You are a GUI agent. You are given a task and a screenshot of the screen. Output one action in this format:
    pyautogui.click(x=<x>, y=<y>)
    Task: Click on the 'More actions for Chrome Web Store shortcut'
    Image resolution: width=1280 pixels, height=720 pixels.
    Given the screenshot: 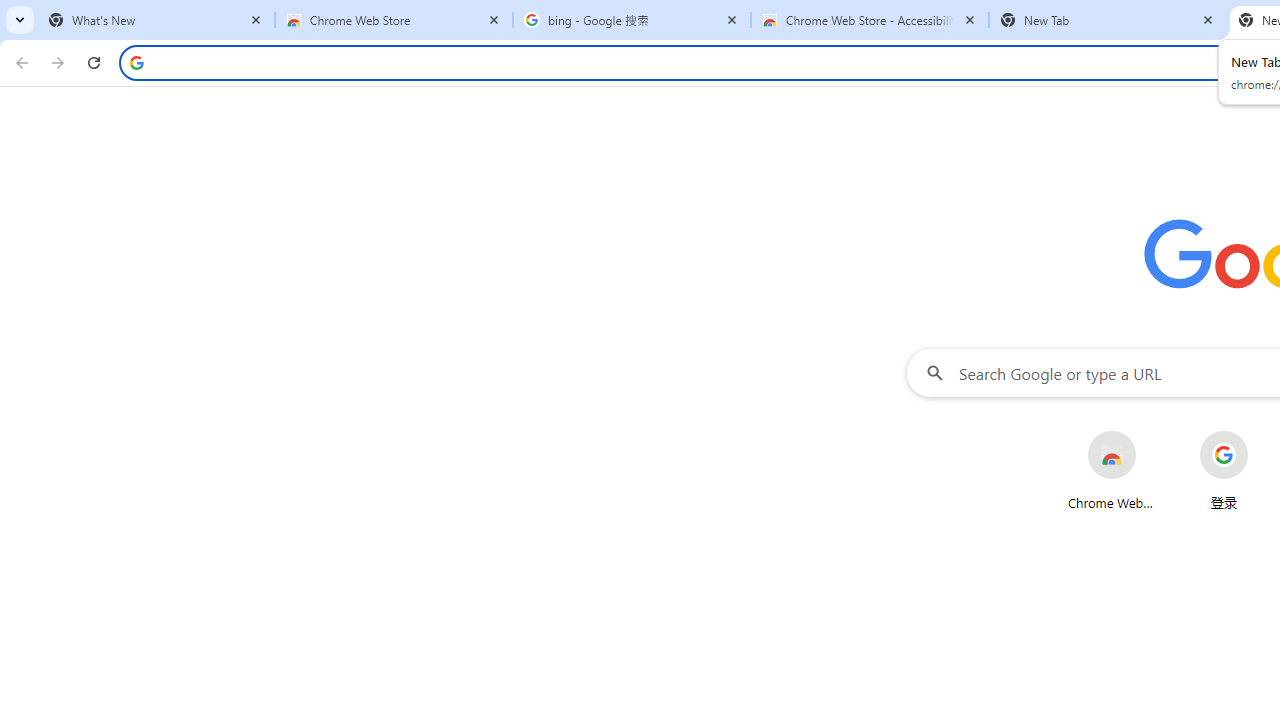 What is the action you would take?
    pyautogui.click(x=1152, y=432)
    